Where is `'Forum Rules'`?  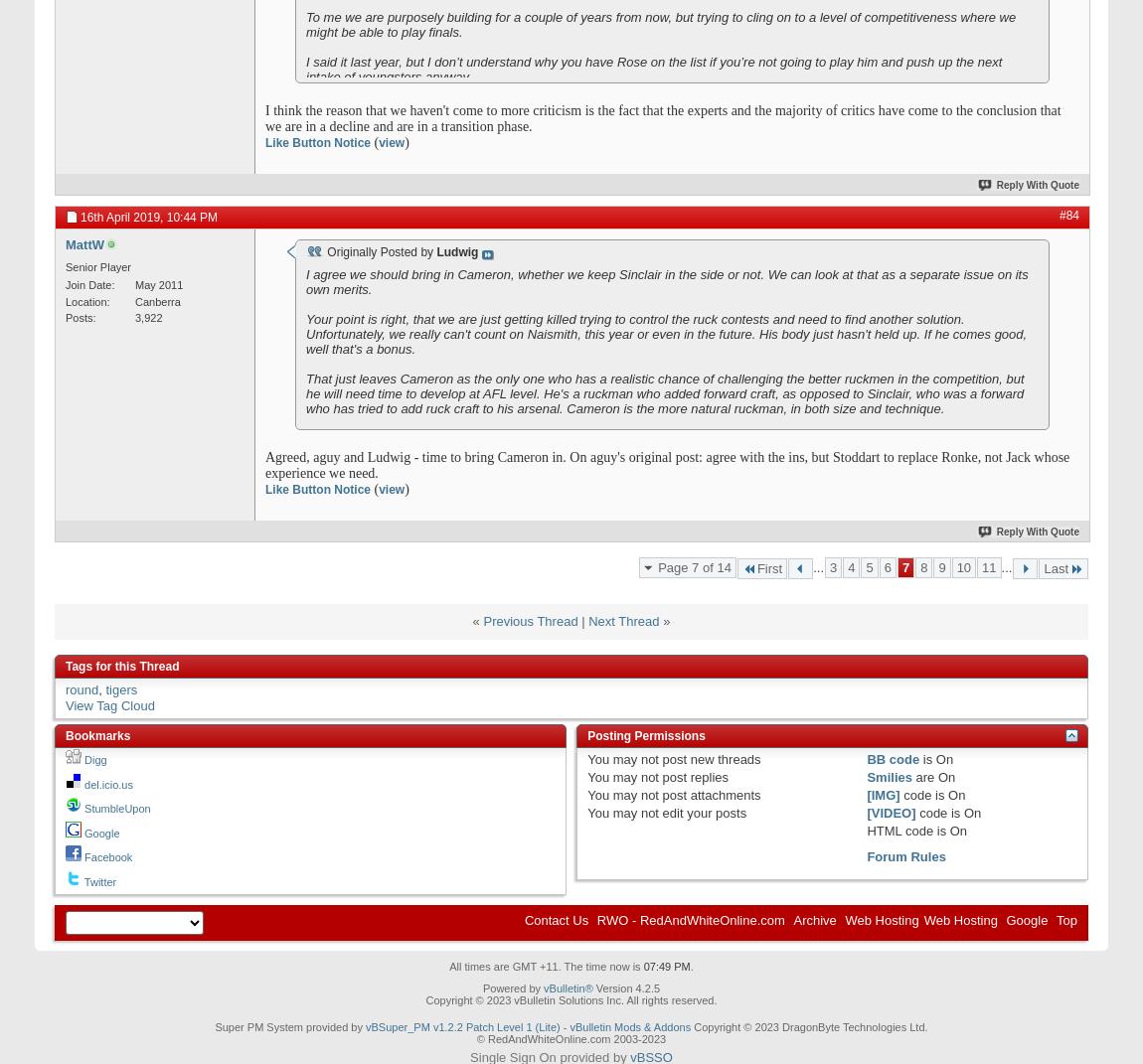
'Forum Rules' is located at coordinates (905, 856).